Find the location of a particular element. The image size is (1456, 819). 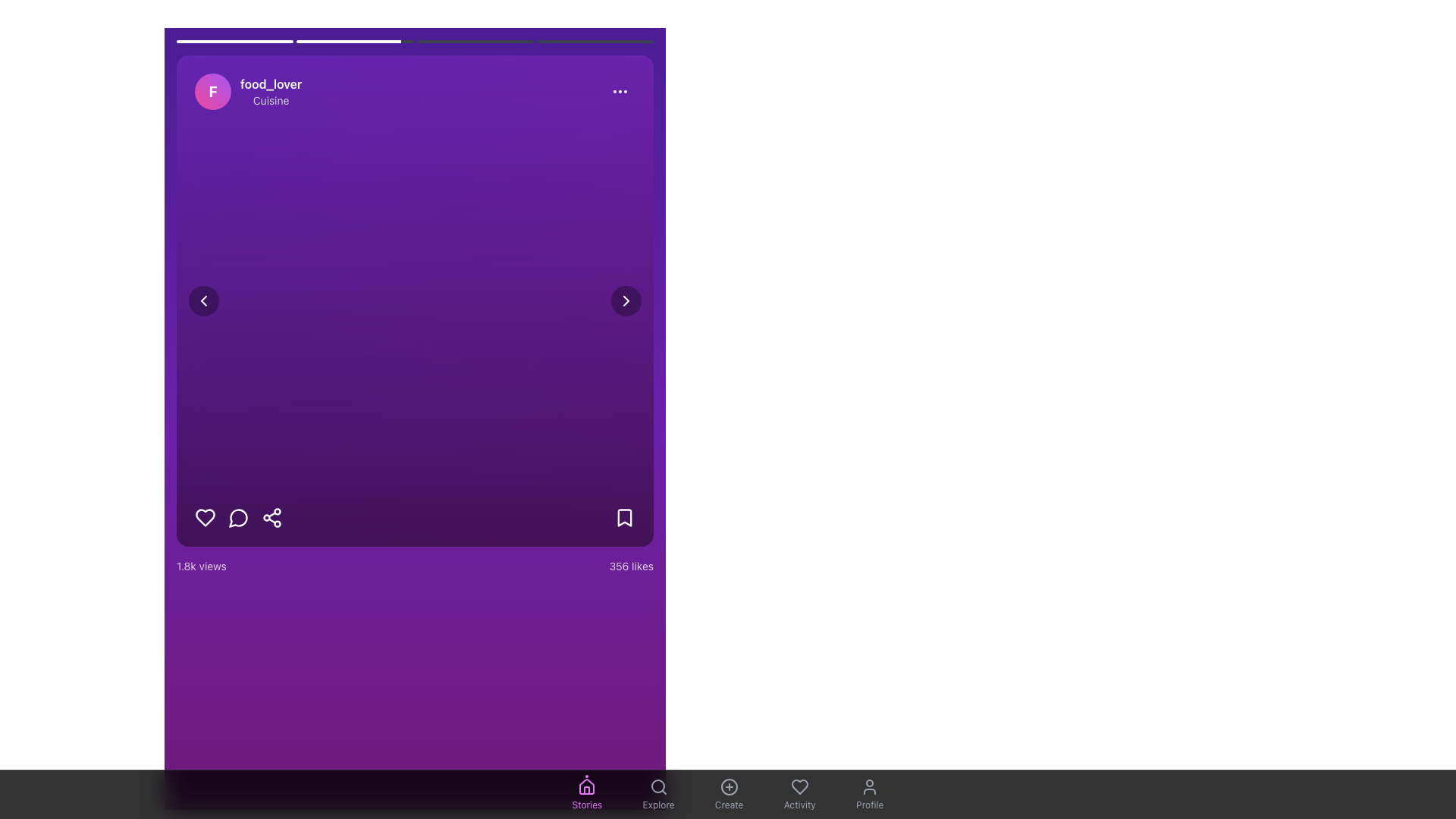

the button located at the top-right corner of a rectangular card that serves as a menu trigger or options expander is located at coordinates (620, 91).